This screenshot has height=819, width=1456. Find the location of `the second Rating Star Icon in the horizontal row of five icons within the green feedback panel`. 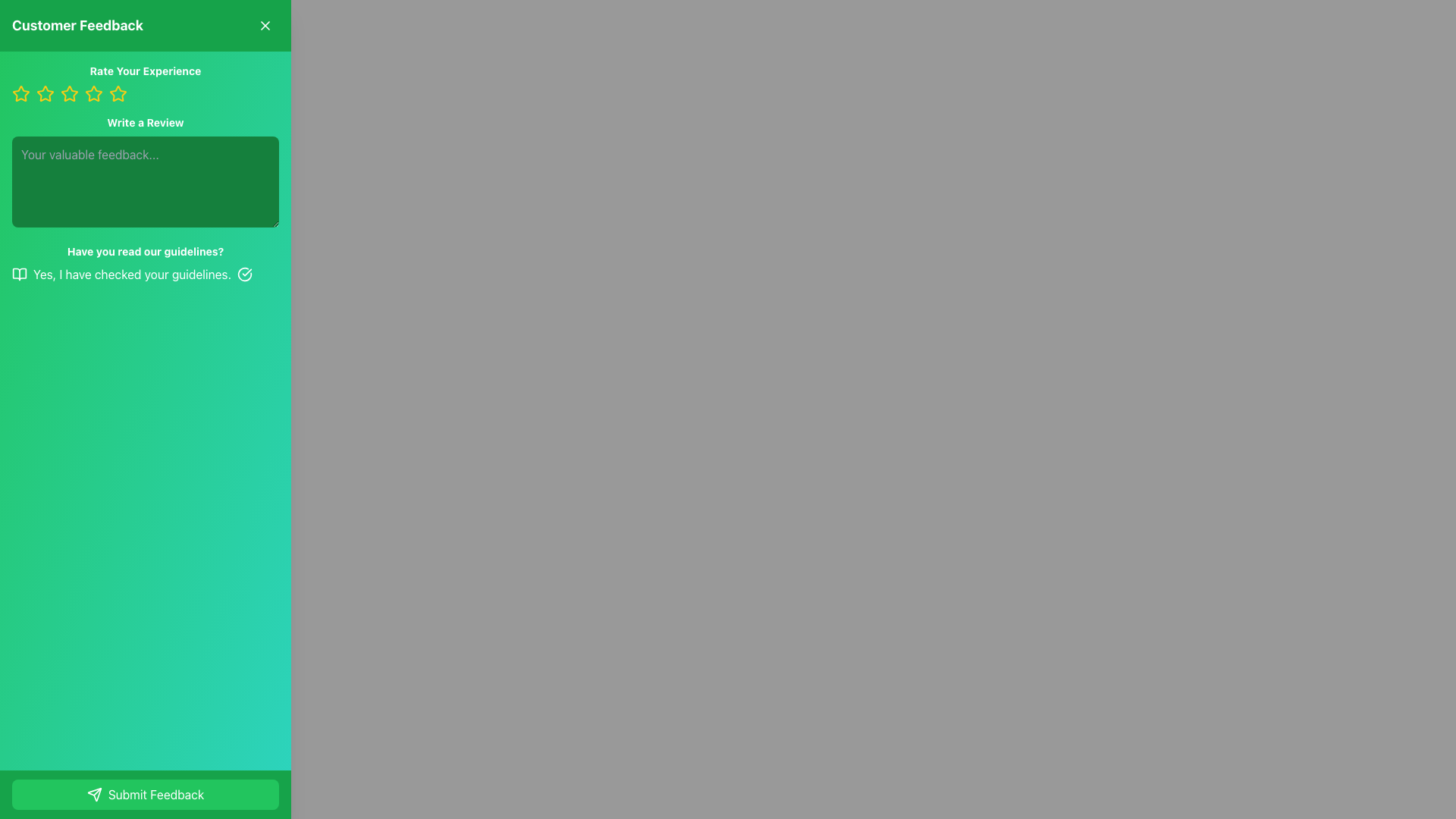

the second Rating Star Icon in the horizontal row of five icons within the green feedback panel is located at coordinates (118, 93).